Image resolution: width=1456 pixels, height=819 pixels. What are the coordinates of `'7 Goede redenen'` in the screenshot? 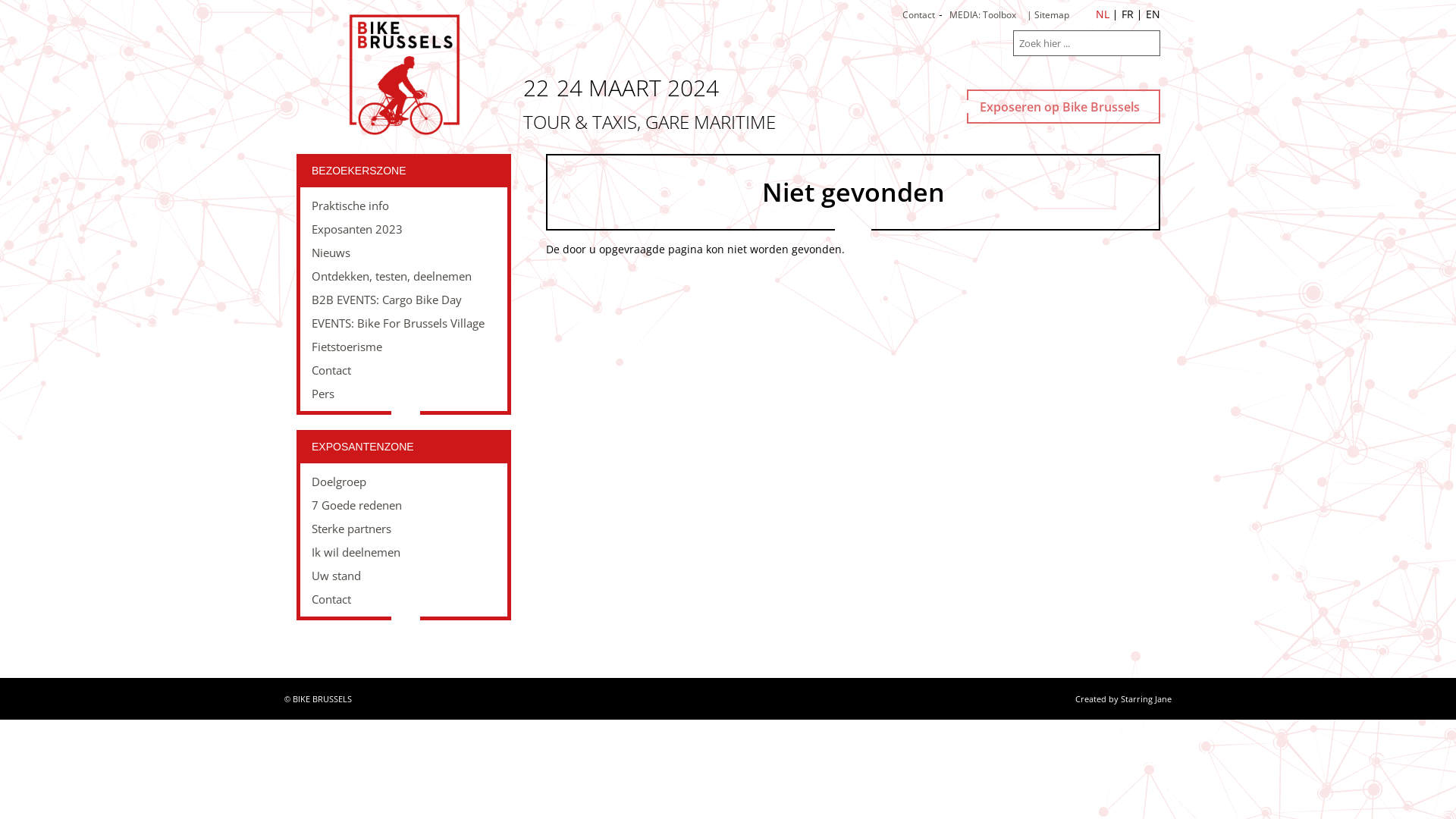 It's located at (403, 505).